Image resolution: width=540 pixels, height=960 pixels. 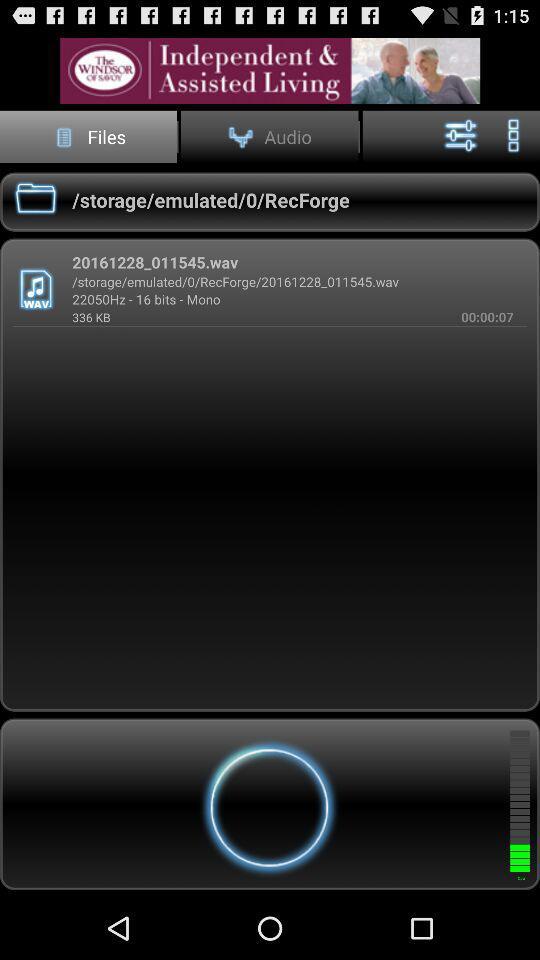 I want to click on advertisement, so click(x=270, y=71).